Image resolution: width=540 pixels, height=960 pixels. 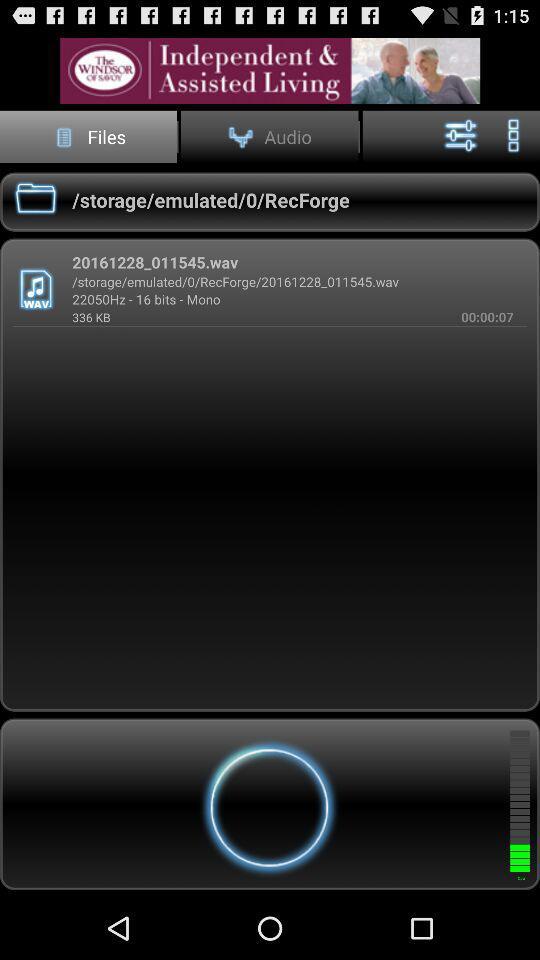 I want to click on advertisement, so click(x=270, y=71).